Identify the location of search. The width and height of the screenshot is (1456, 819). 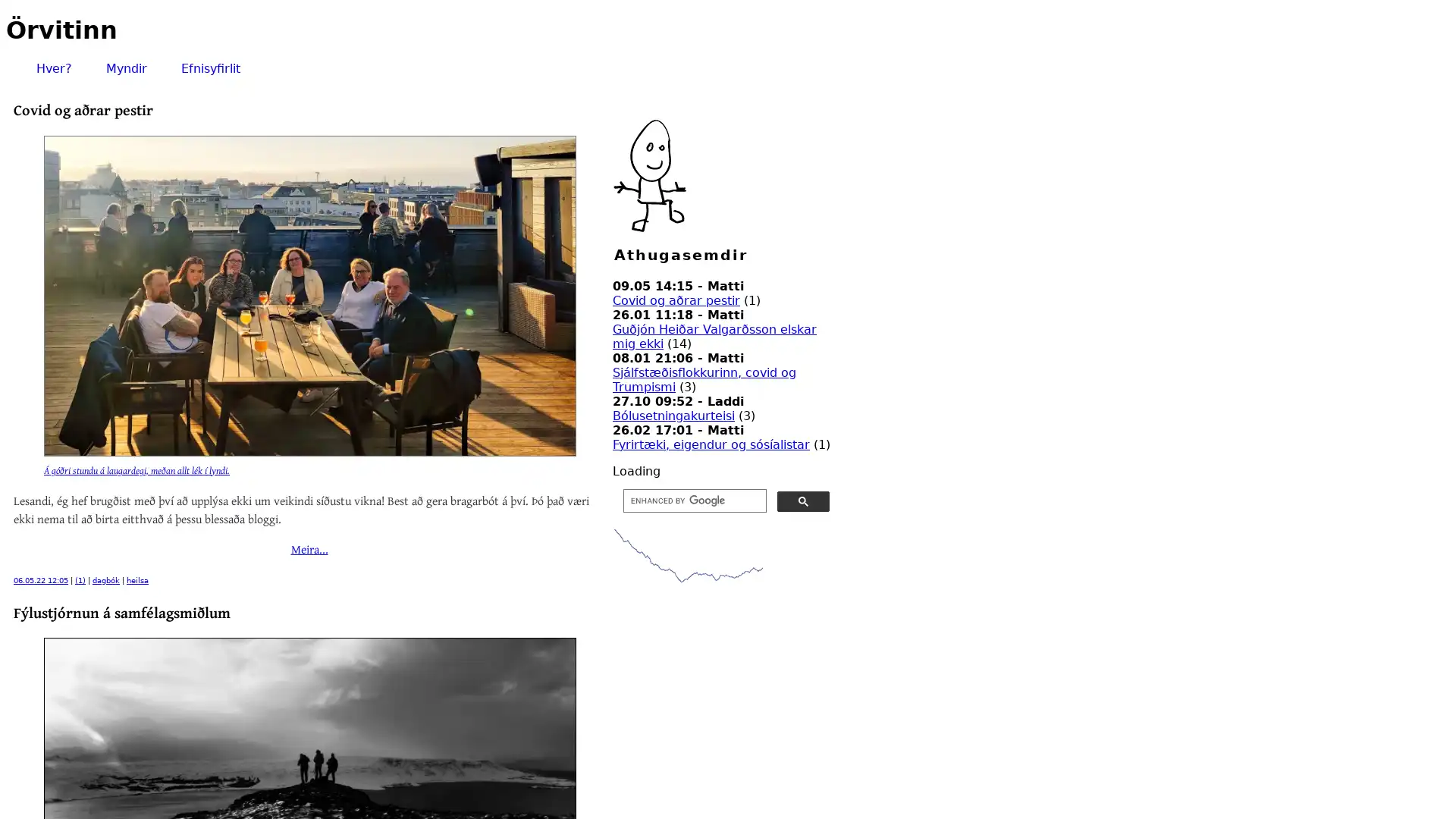
(802, 500).